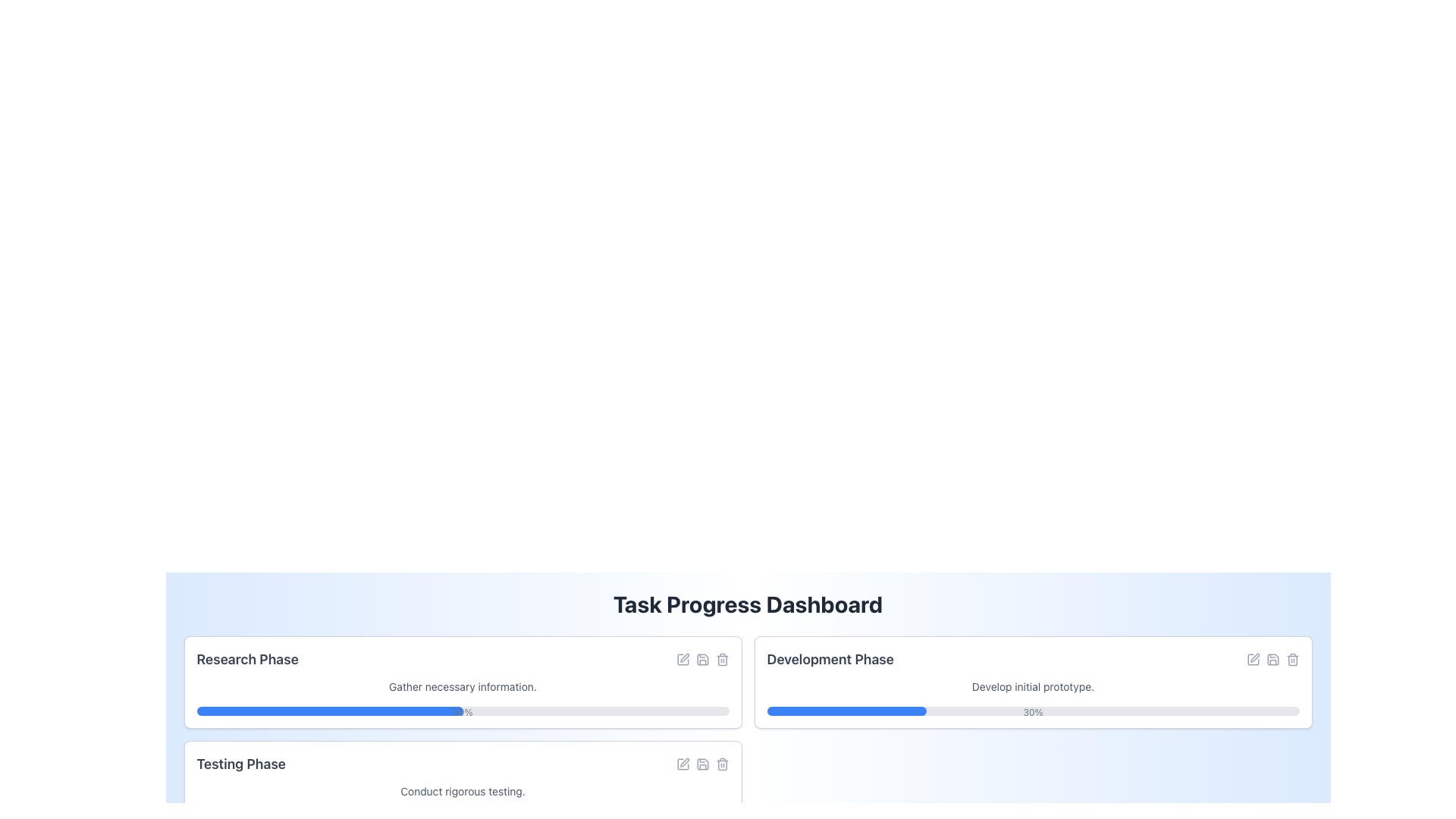 The width and height of the screenshot is (1456, 819). I want to click on displayed text from the percentage indicator label located above the progress bar for the 'Development Phase' task, positioned near the 30% mark, so click(1032, 713).